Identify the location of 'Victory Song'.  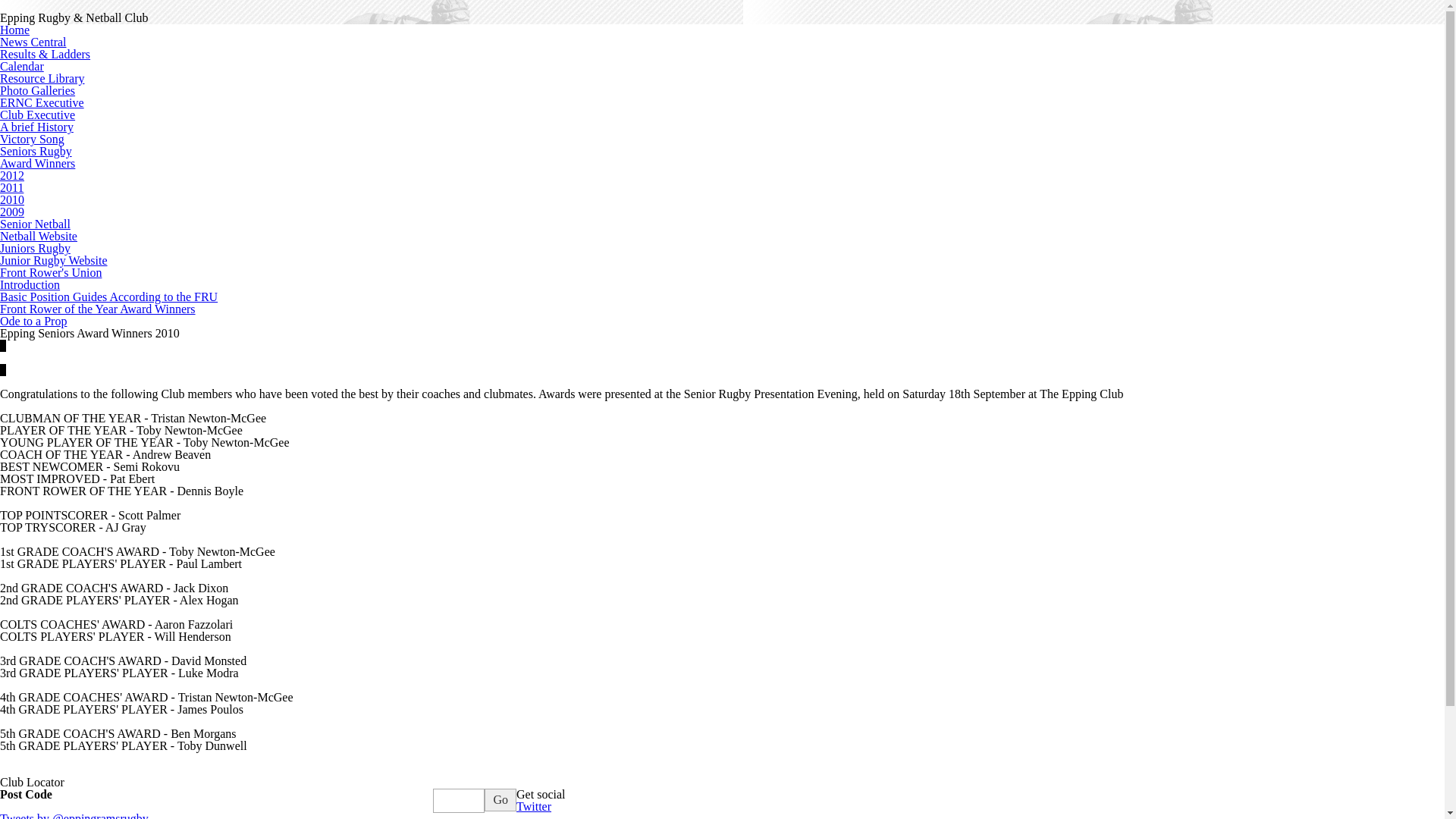
(0, 139).